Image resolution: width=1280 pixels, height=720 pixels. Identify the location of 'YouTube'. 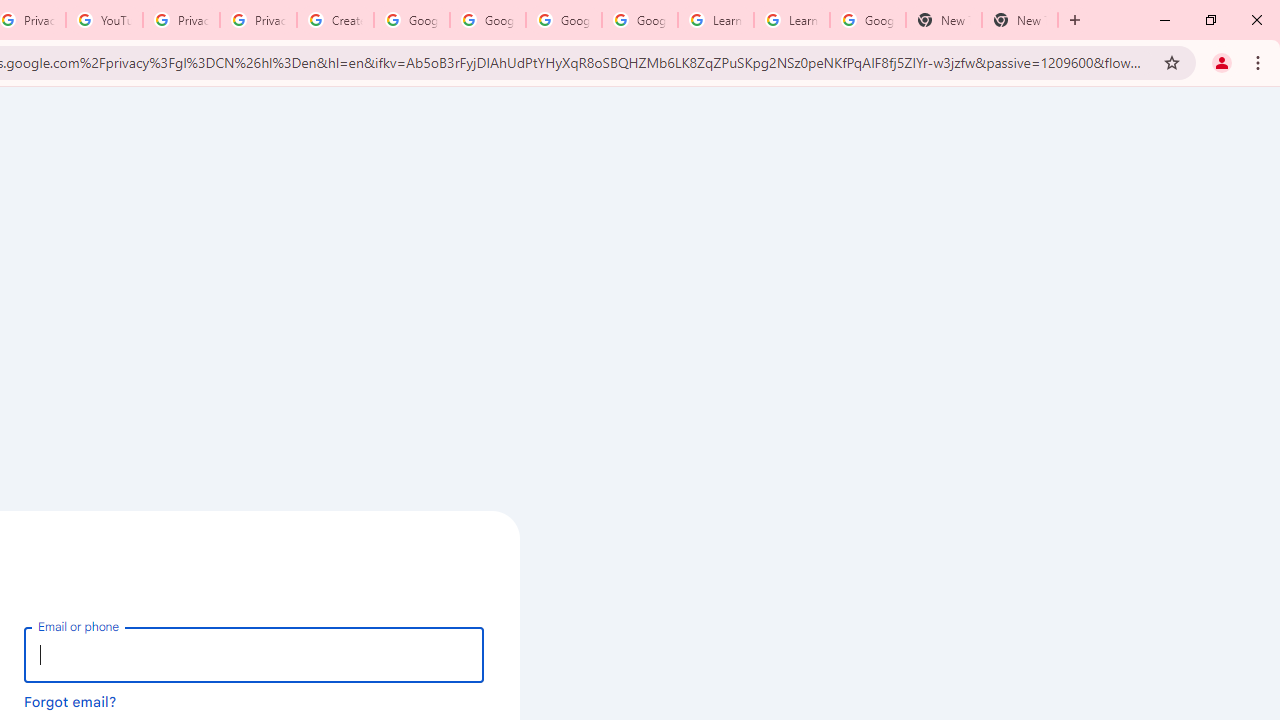
(103, 20).